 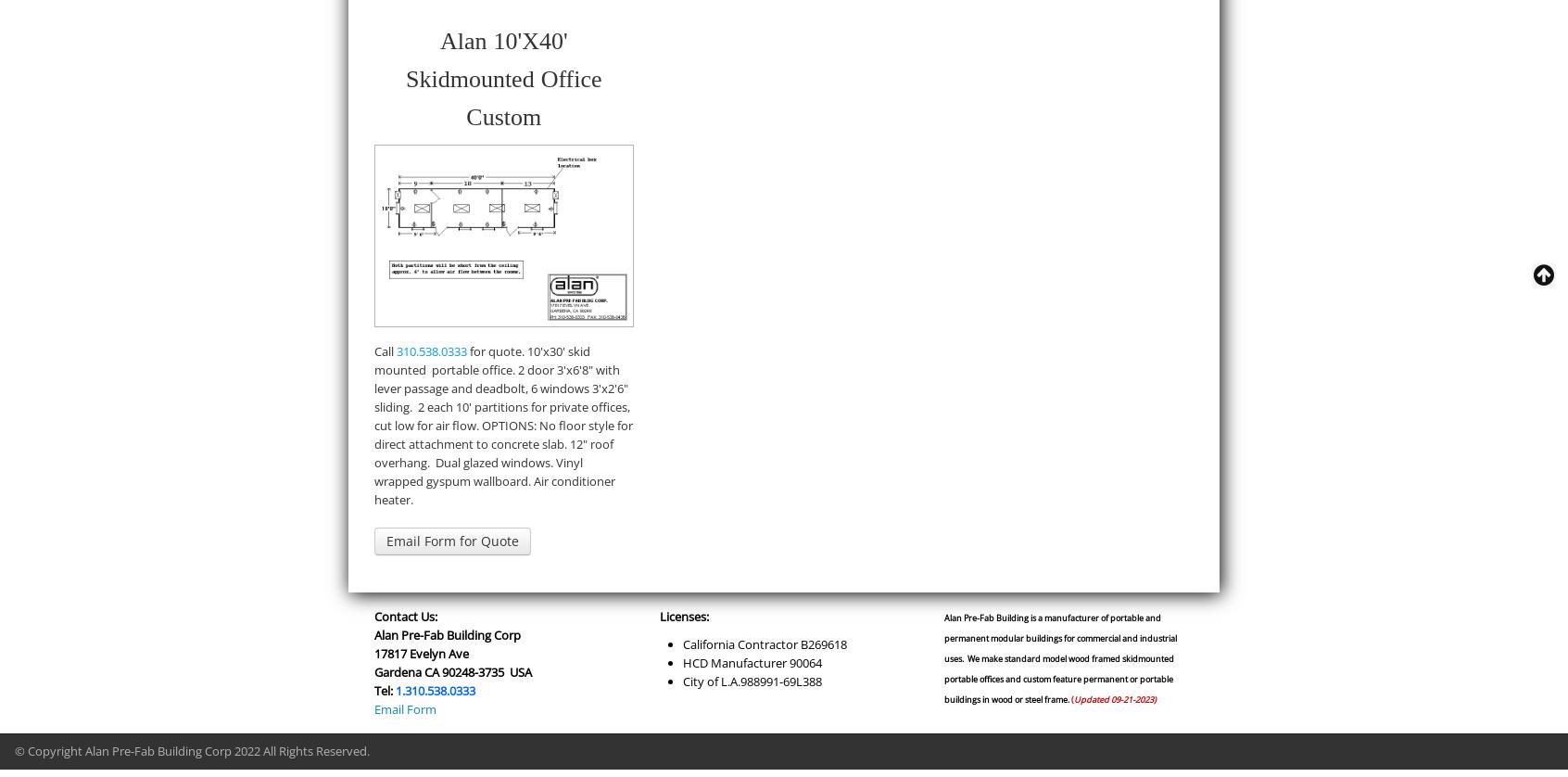 I want to click on 'HCD Manufacturer 90064', so click(x=751, y=660).